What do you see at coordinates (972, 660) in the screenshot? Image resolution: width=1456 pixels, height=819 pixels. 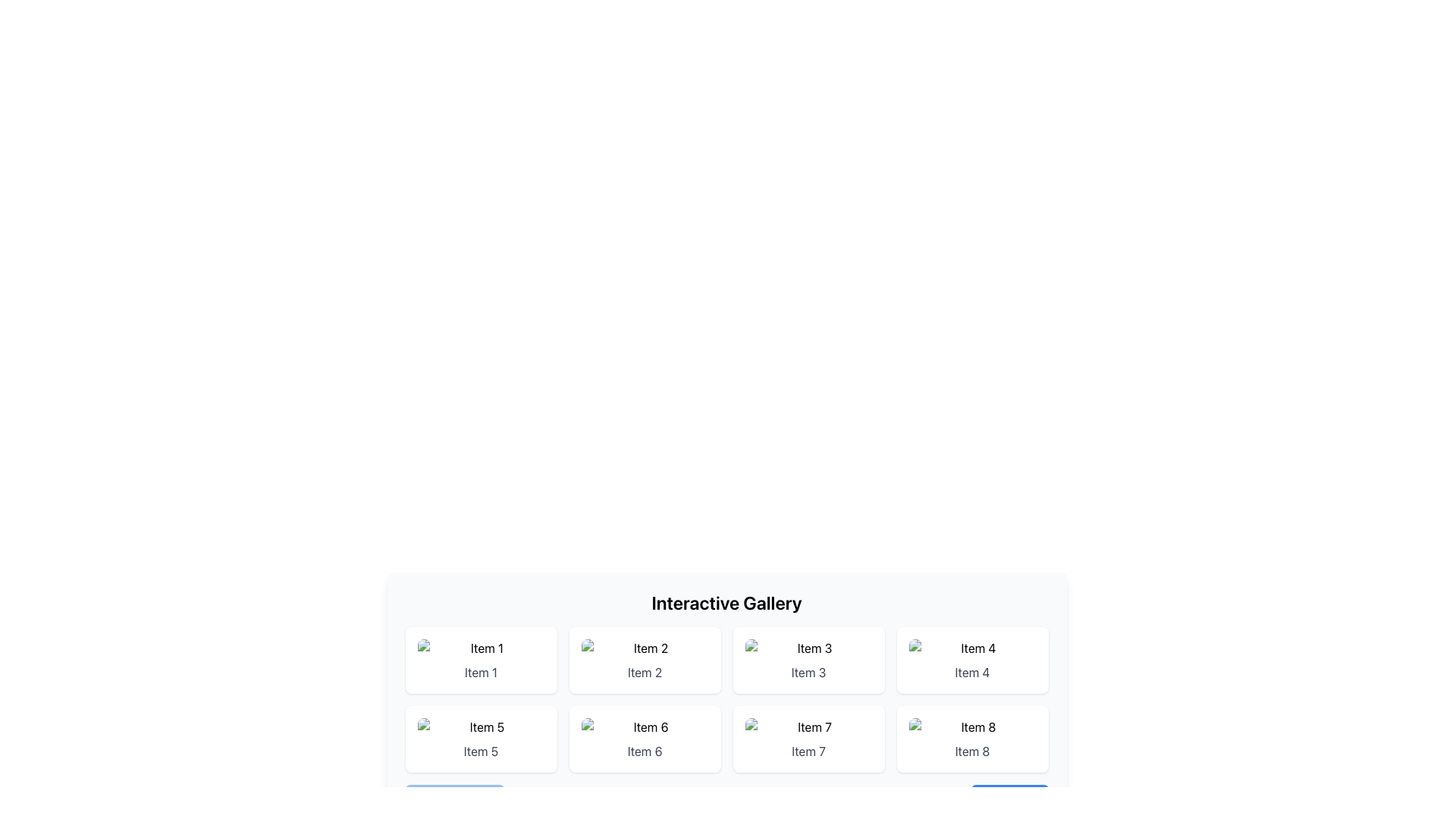 I see `the display card for 'Item 4', which is located in the fourth position of a 4-column grid, adjacent to 'Item 3' on the left and above 'Item 8'` at bounding box center [972, 660].